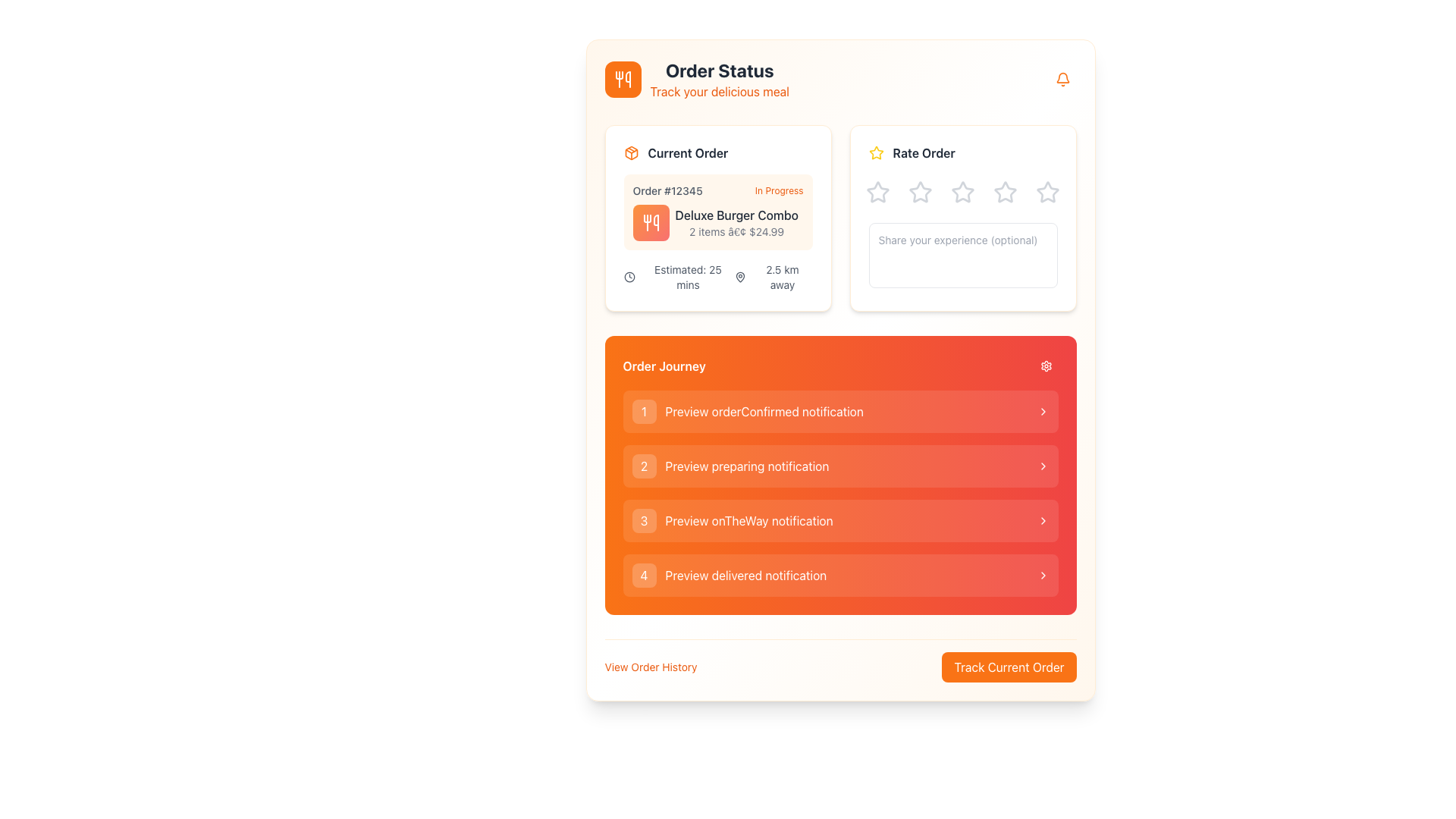 The height and width of the screenshot is (819, 1456). I want to click on details about the order item displayed in the 'Current Order' section, specifically the text element located below the order heading 'Order #12345' and 'In Progress', next to the orange utensil icon, so click(717, 222).